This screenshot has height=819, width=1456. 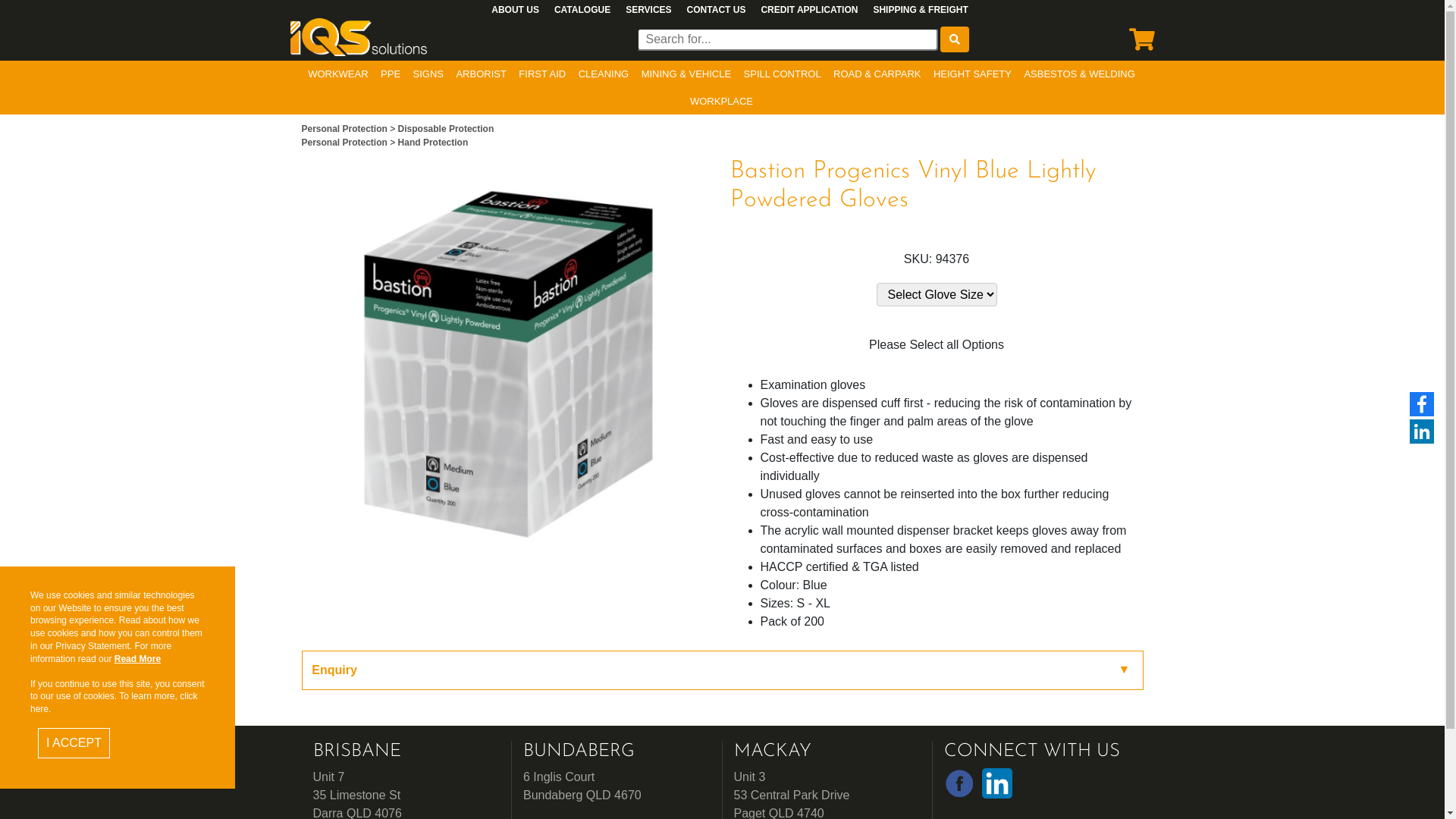 What do you see at coordinates (720, 102) in the screenshot?
I see `'WORKPLACE'` at bounding box center [720, 102].